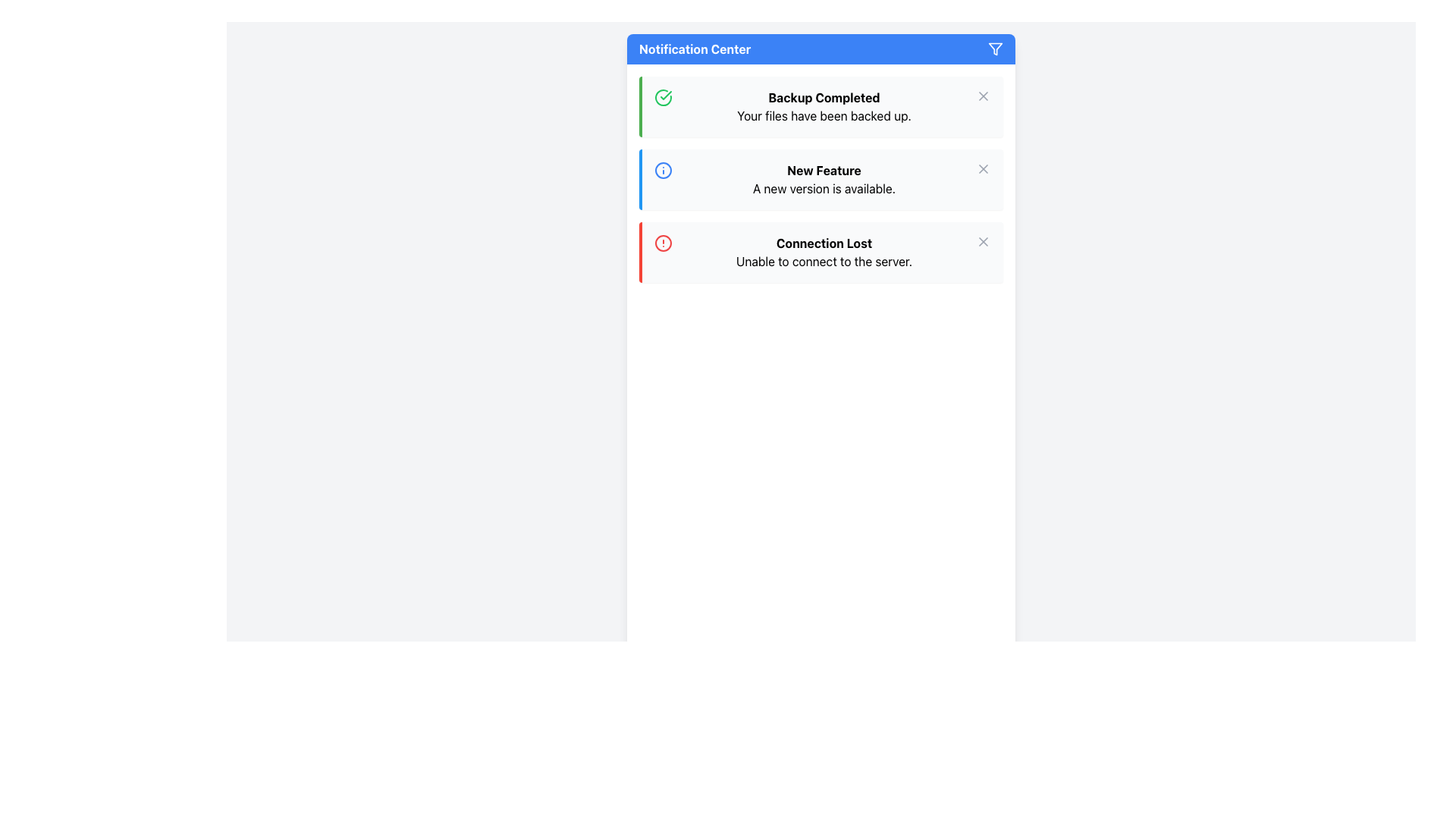 This screenshot has width=1456, height=819. I want to click on the alert icon indicating an issue related to the 'Connection Lost' text in the third notification card from the top, so click(663, 242).